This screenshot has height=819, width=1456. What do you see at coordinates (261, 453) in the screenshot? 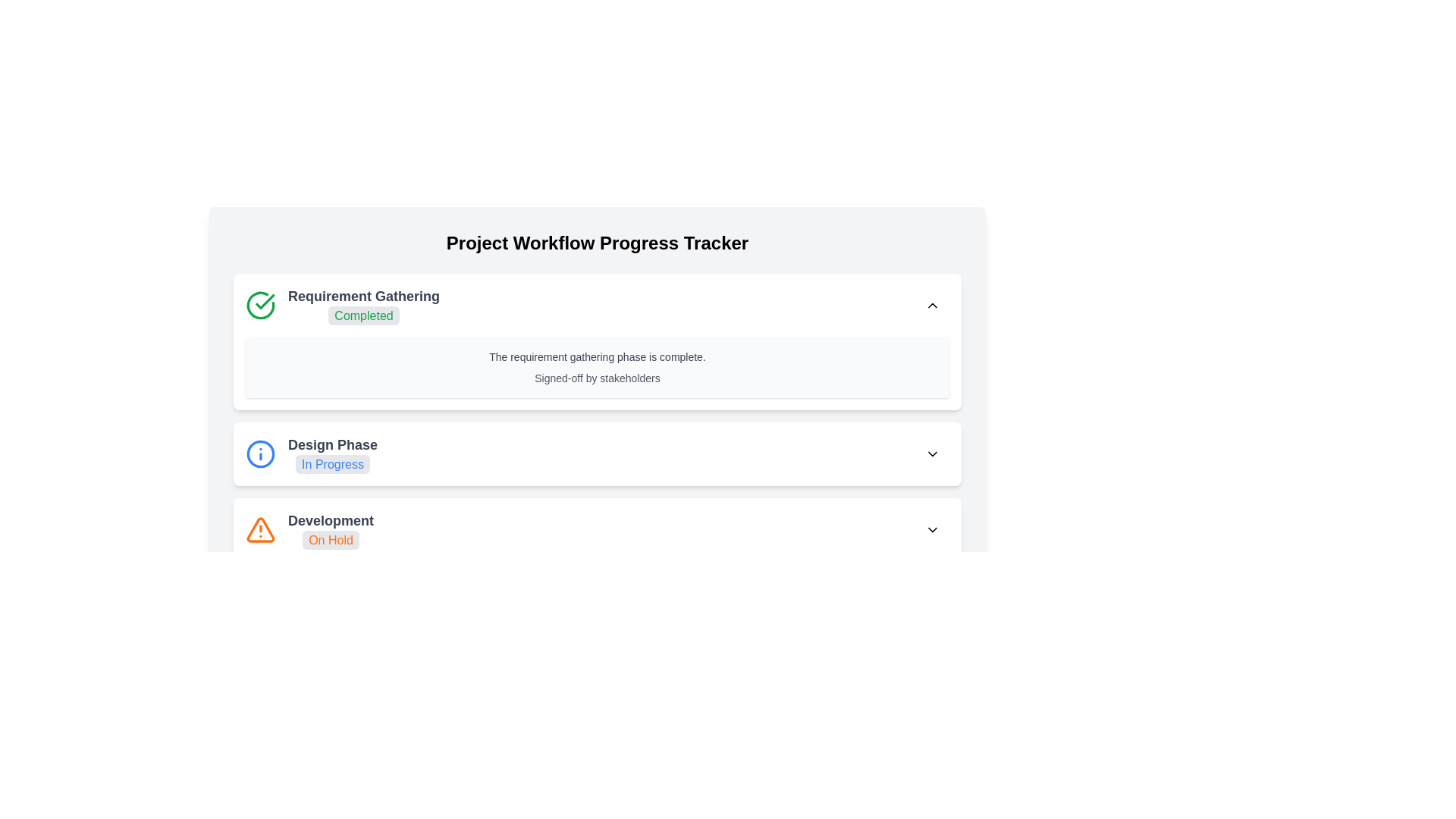
I see `the circular SVG element with a blue outline located in the 'Design Phase' section of the interface` at bounding box center [261, 453].